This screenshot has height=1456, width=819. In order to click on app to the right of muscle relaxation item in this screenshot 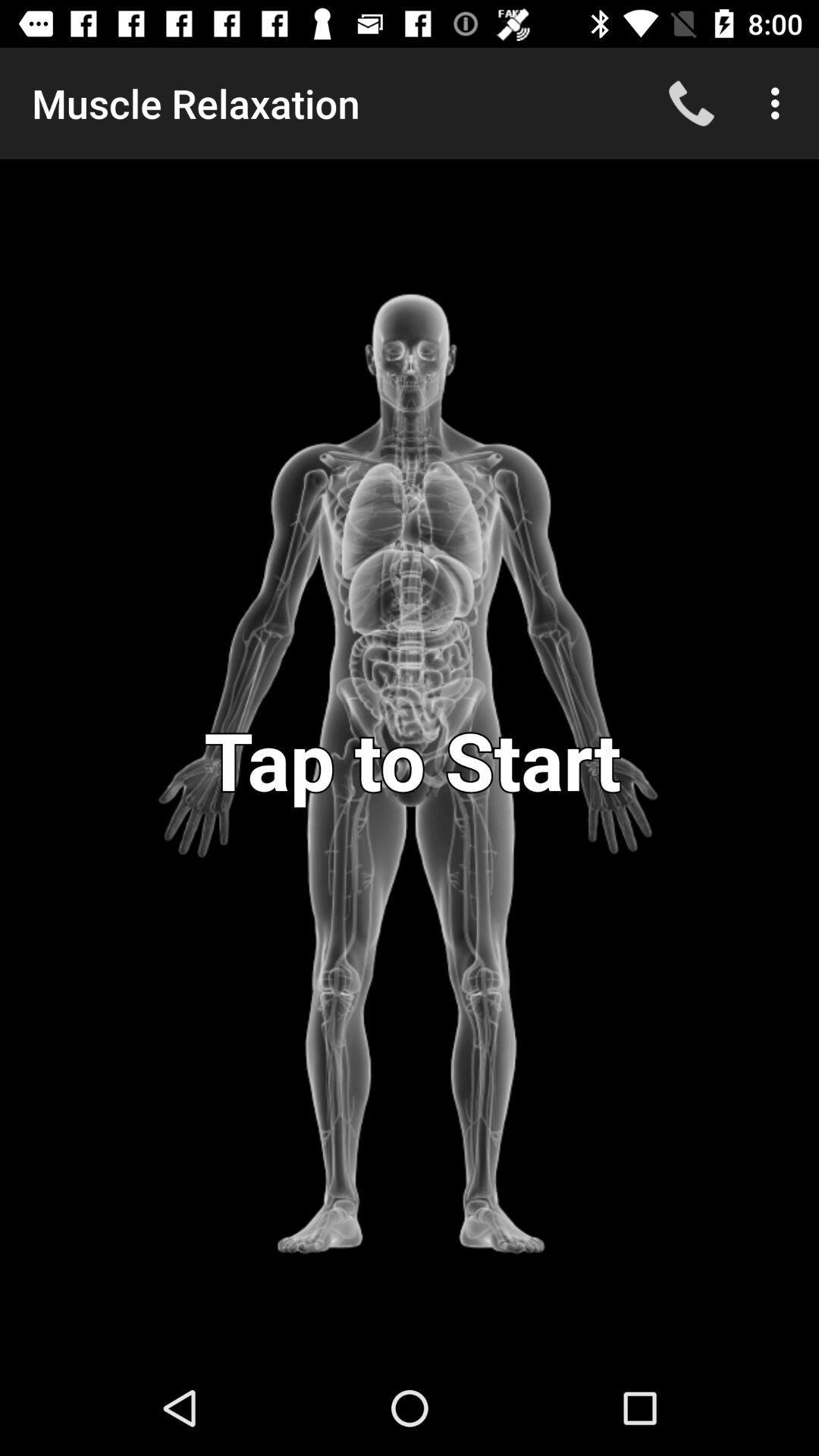, I will do `click(691, 102)`.